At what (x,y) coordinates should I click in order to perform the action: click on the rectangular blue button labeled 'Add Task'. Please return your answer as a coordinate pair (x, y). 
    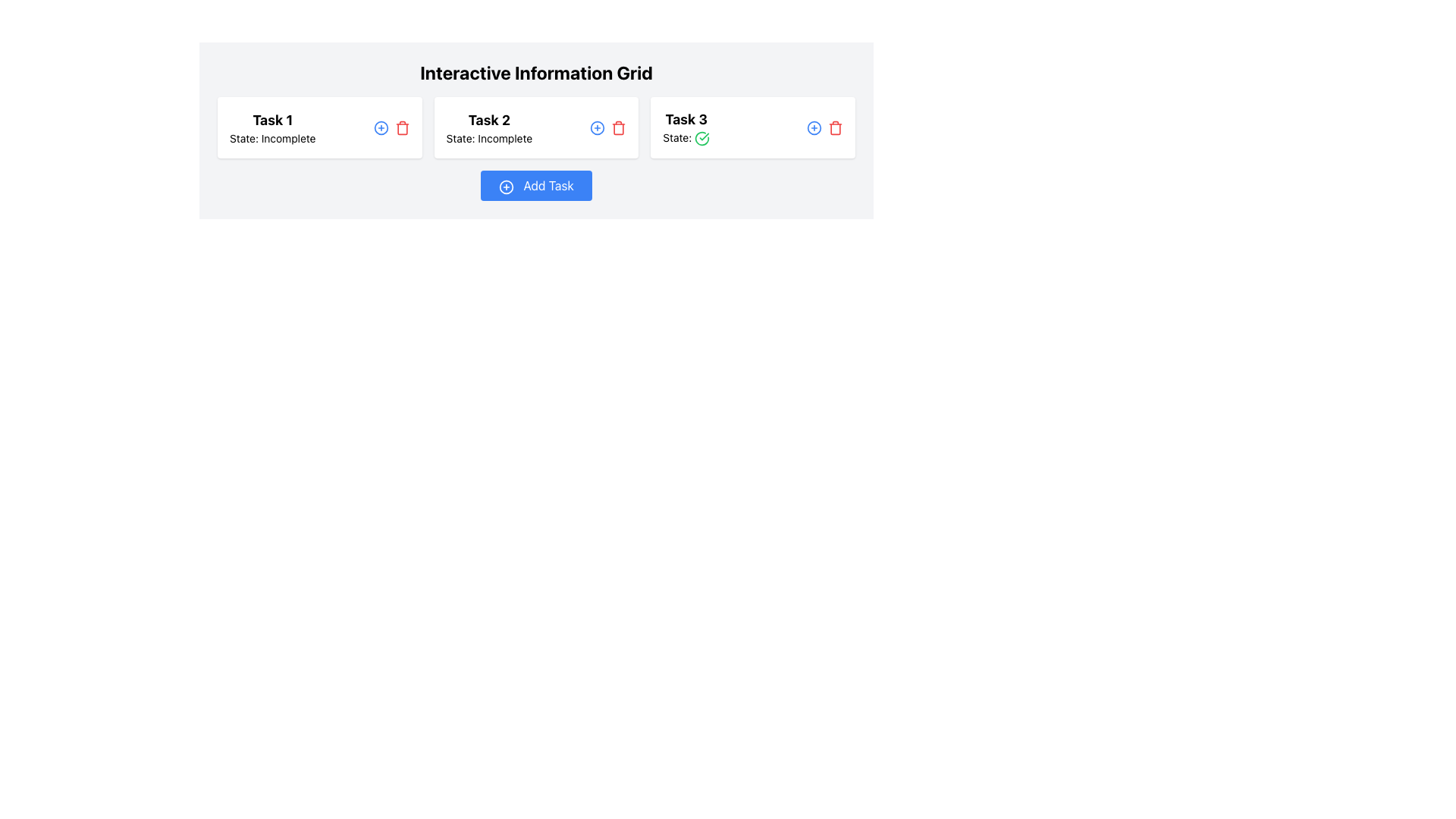
    Looking at the image, I should click on (536, 185).